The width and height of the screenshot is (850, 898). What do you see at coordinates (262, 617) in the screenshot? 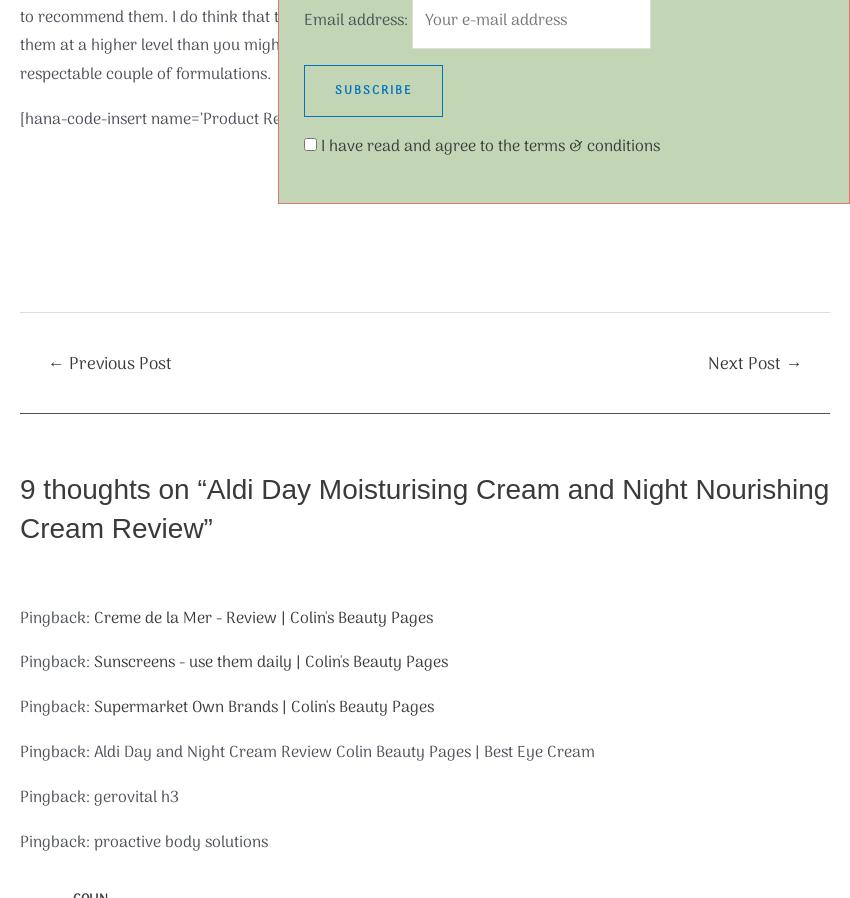
I see `'Creme de la Mer - Review | Colin's Beauty Pages'` at bounding box center [262, 617].